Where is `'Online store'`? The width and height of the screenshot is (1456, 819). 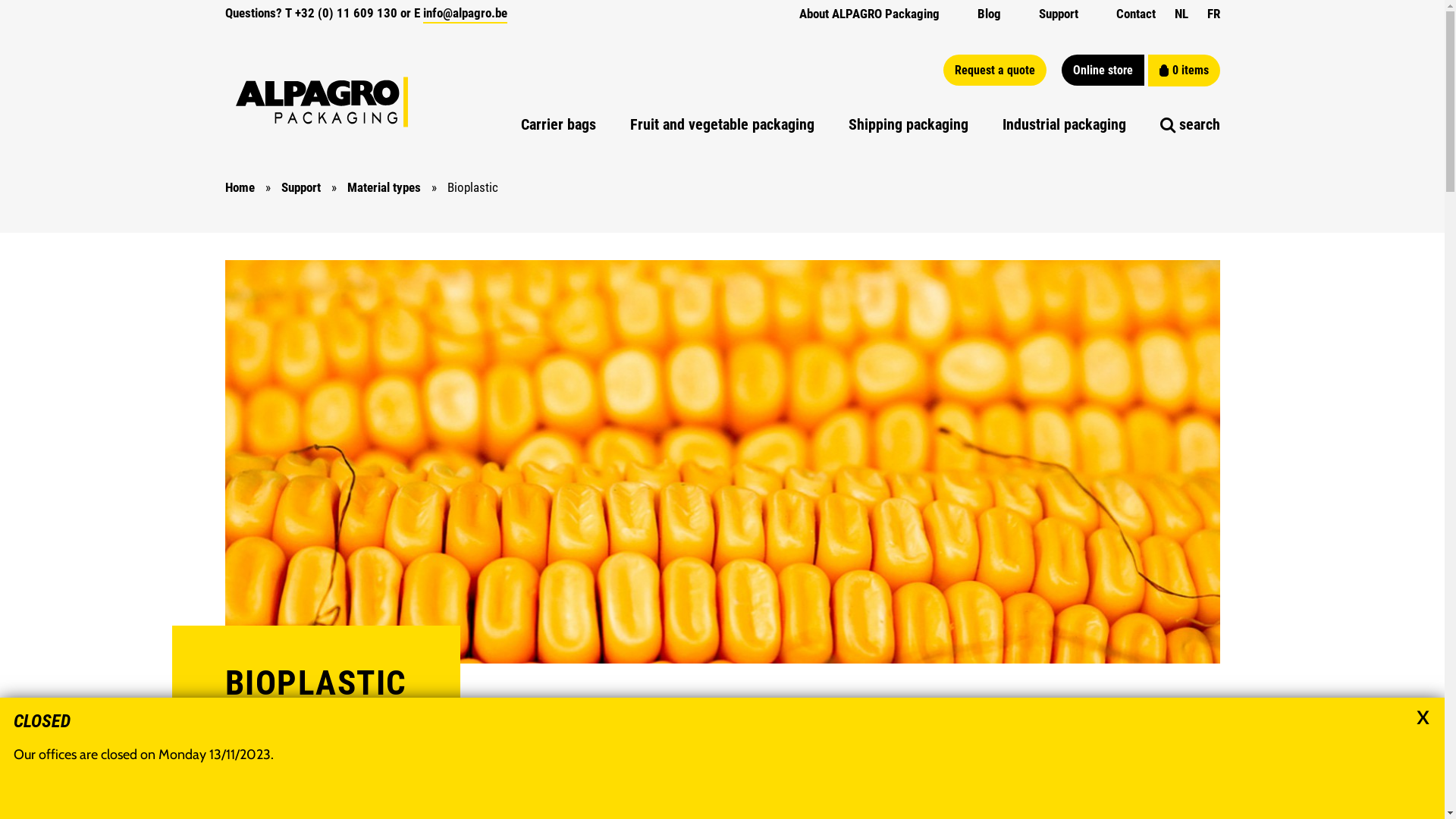
'Online store' is located at coordinates (1103, 70).